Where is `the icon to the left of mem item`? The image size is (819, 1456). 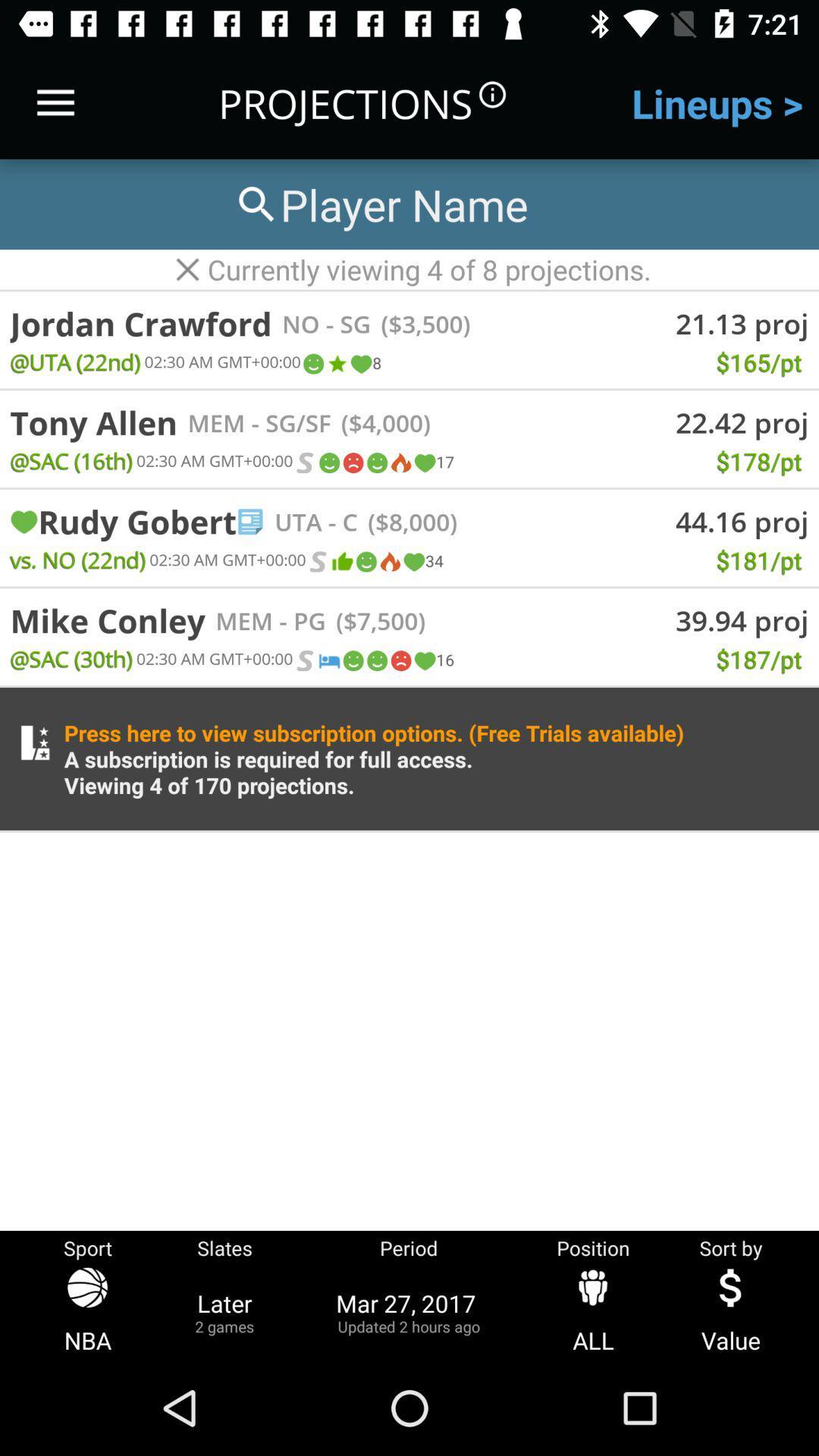
the icon to the left of mem item is located at coordinates (107, 620).